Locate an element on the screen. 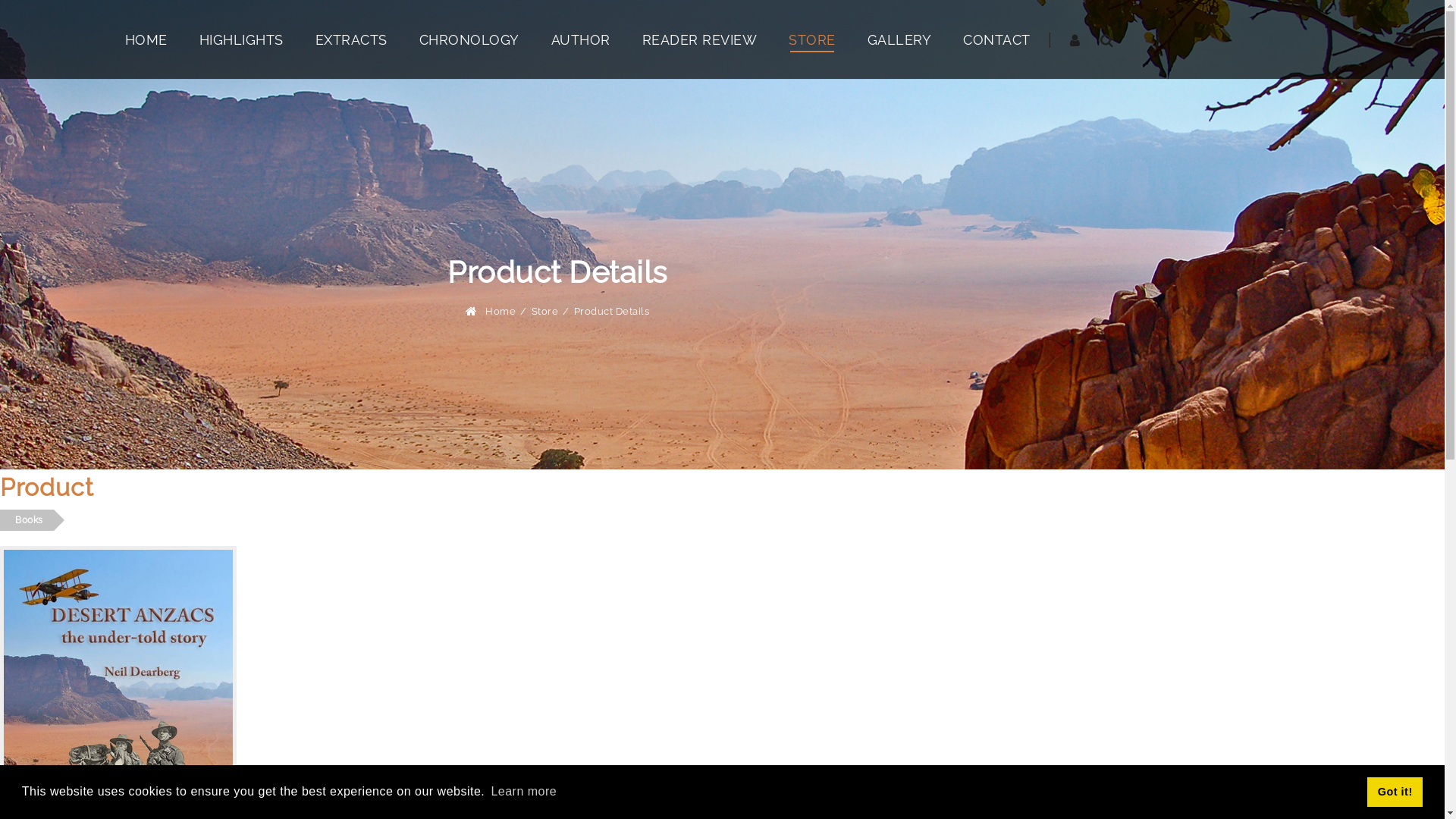 The image size is (1456, 819). 'STORE' is located at coordinates (811, 38).